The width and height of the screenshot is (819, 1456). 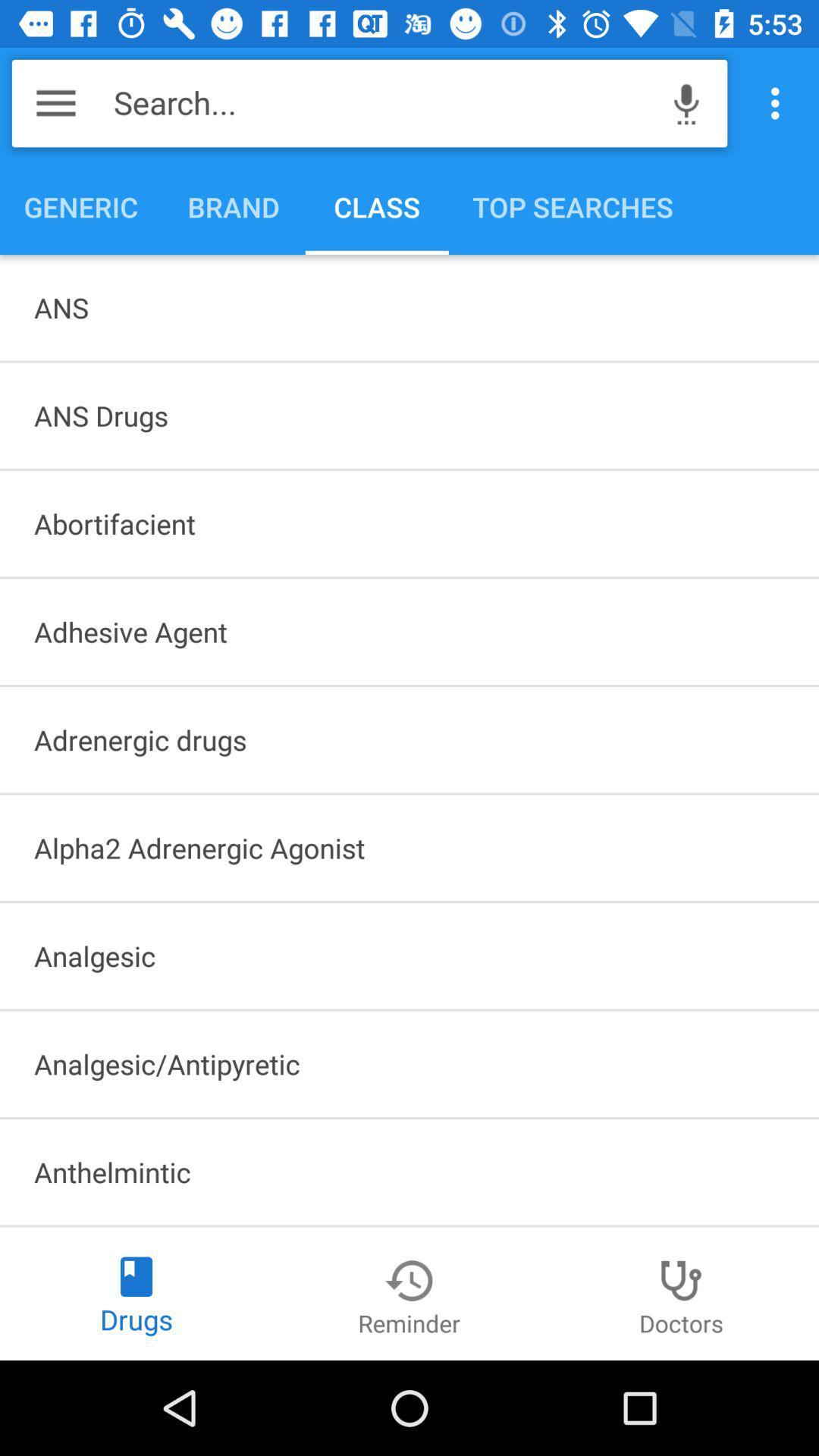 What do you see at coordinates (686, 102) in the screenshot?
I see `the item next to the search... icon` at bounding box center [686, 102].